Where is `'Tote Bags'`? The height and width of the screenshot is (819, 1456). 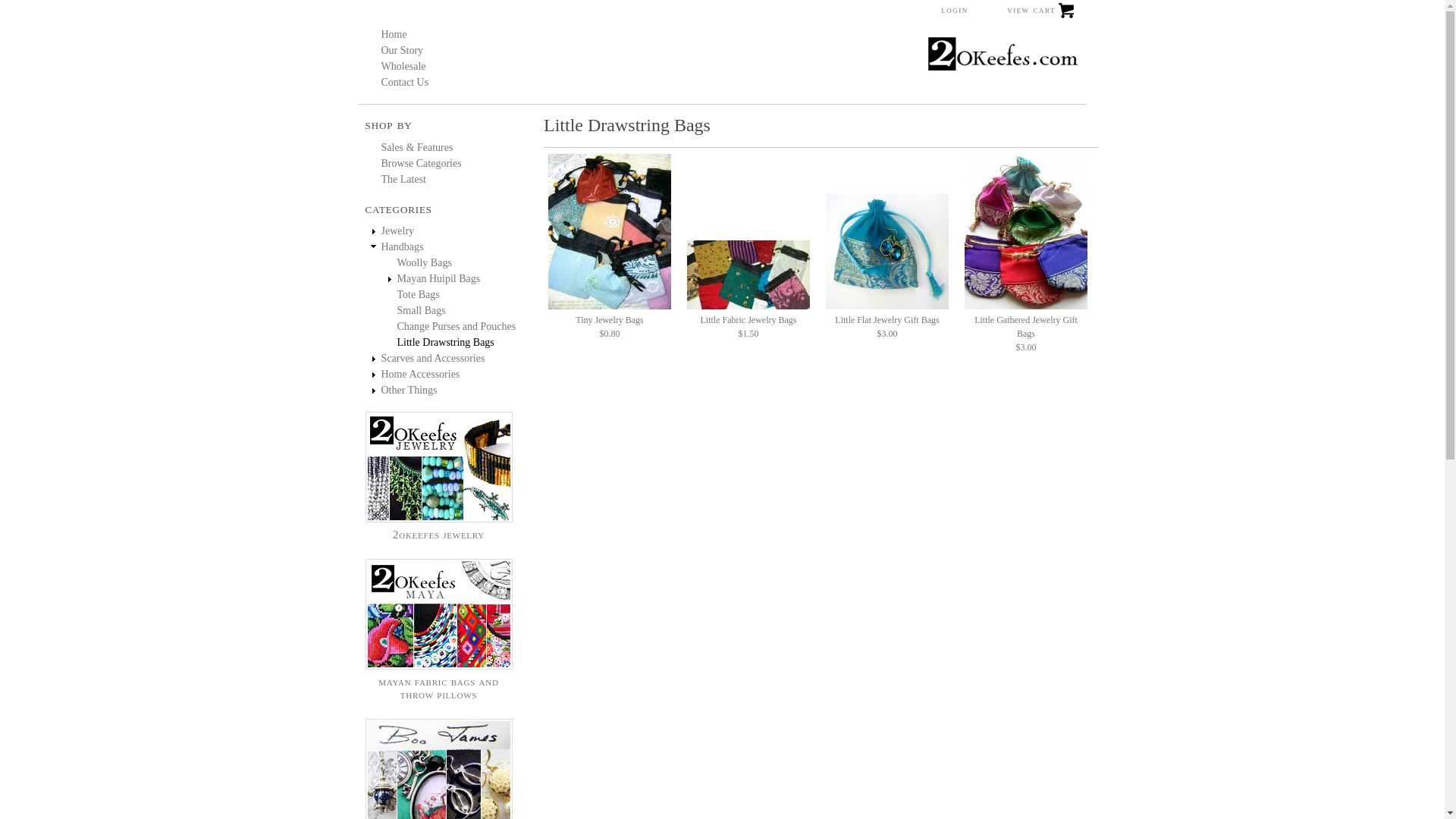
'Tote Bags' is located at coordinates (397, 294).